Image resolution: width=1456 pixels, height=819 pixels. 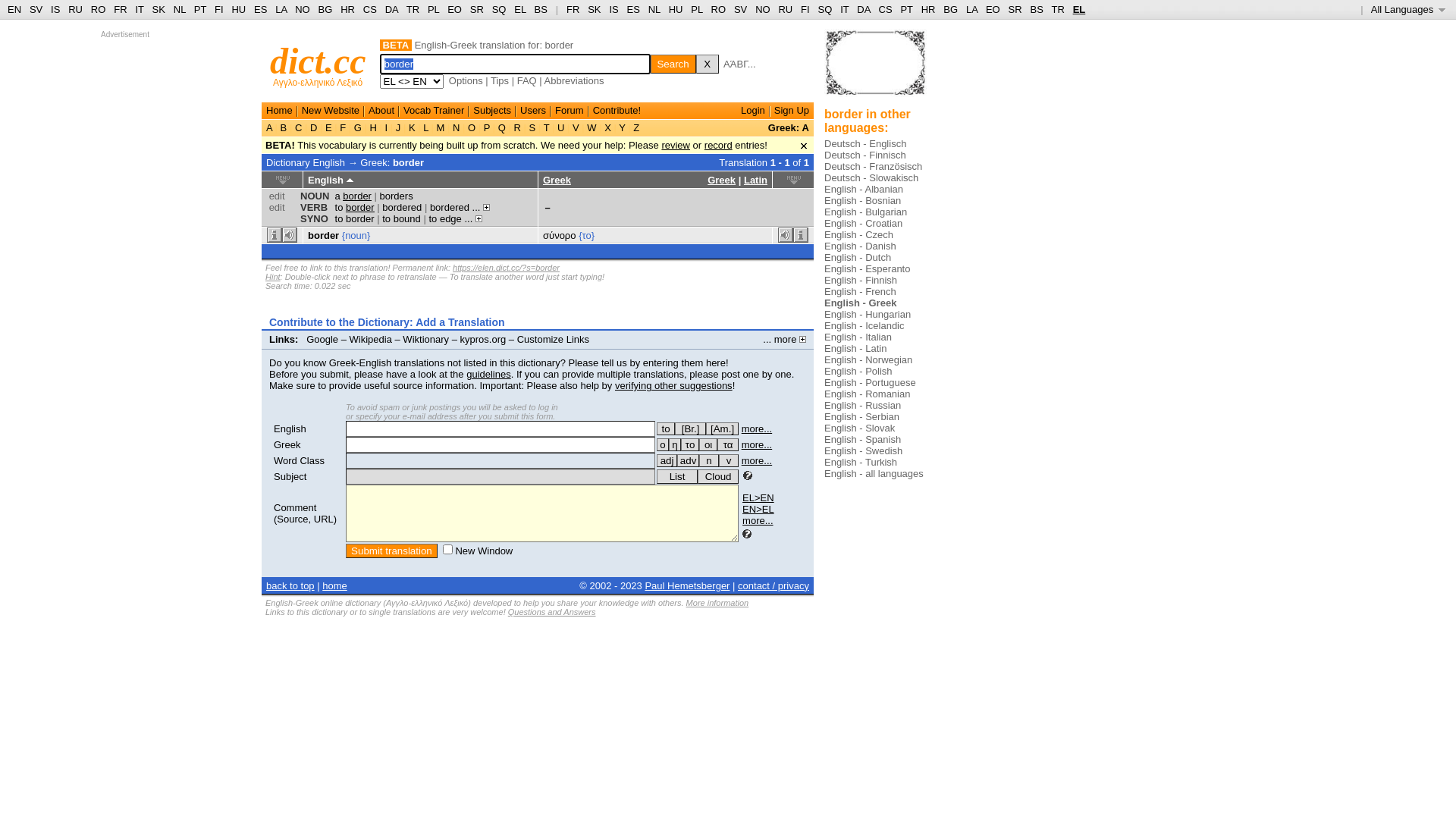 I want to click on 'Wiktionary', so click(x=425, y=338).